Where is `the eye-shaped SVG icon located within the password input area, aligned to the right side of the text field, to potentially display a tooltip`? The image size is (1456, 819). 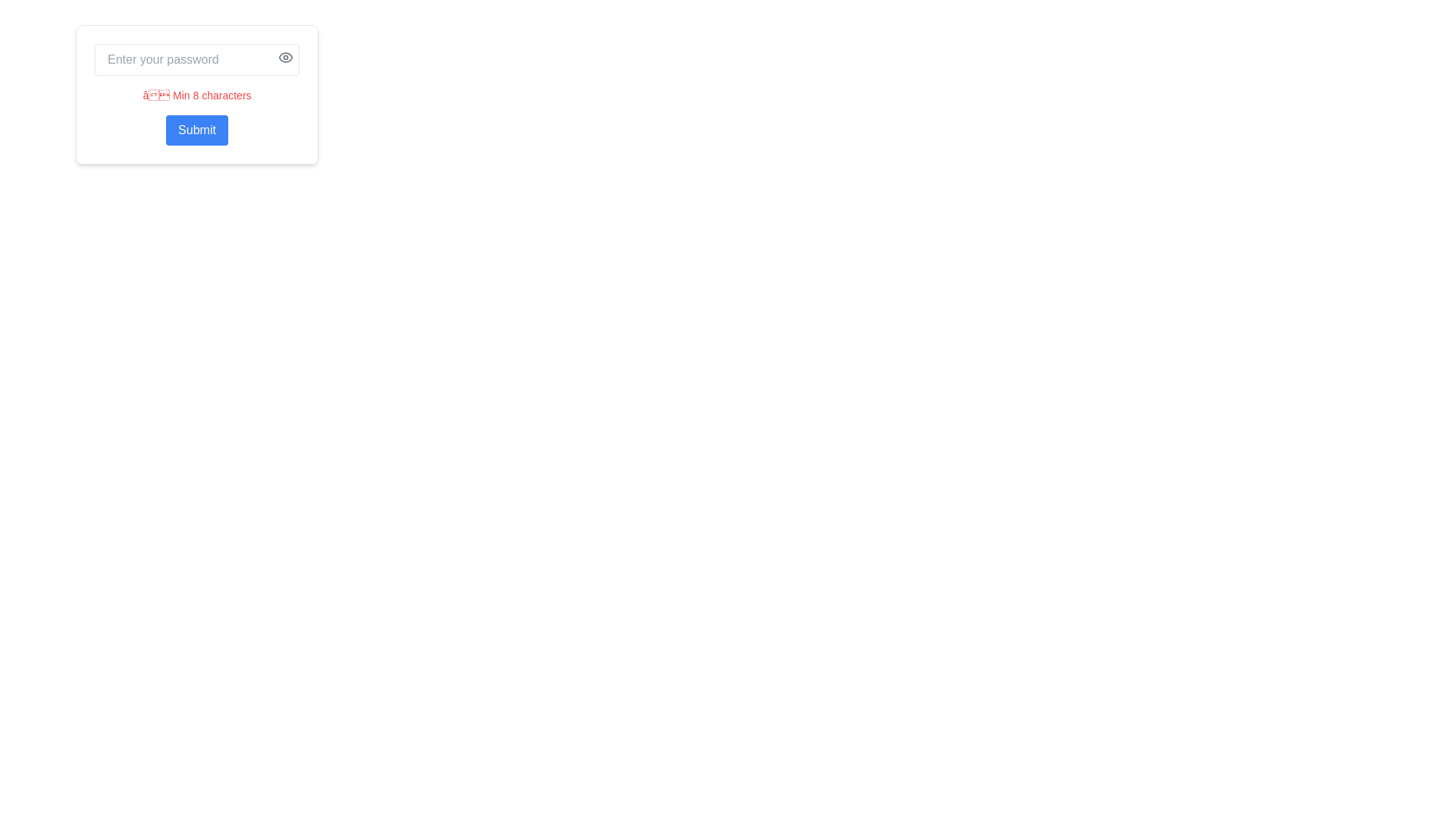 the eye-shaped SVG icon located within the password input area, aligned to the right side of the text field, to potentially display a tooltip is located at coordinates (286, 57).